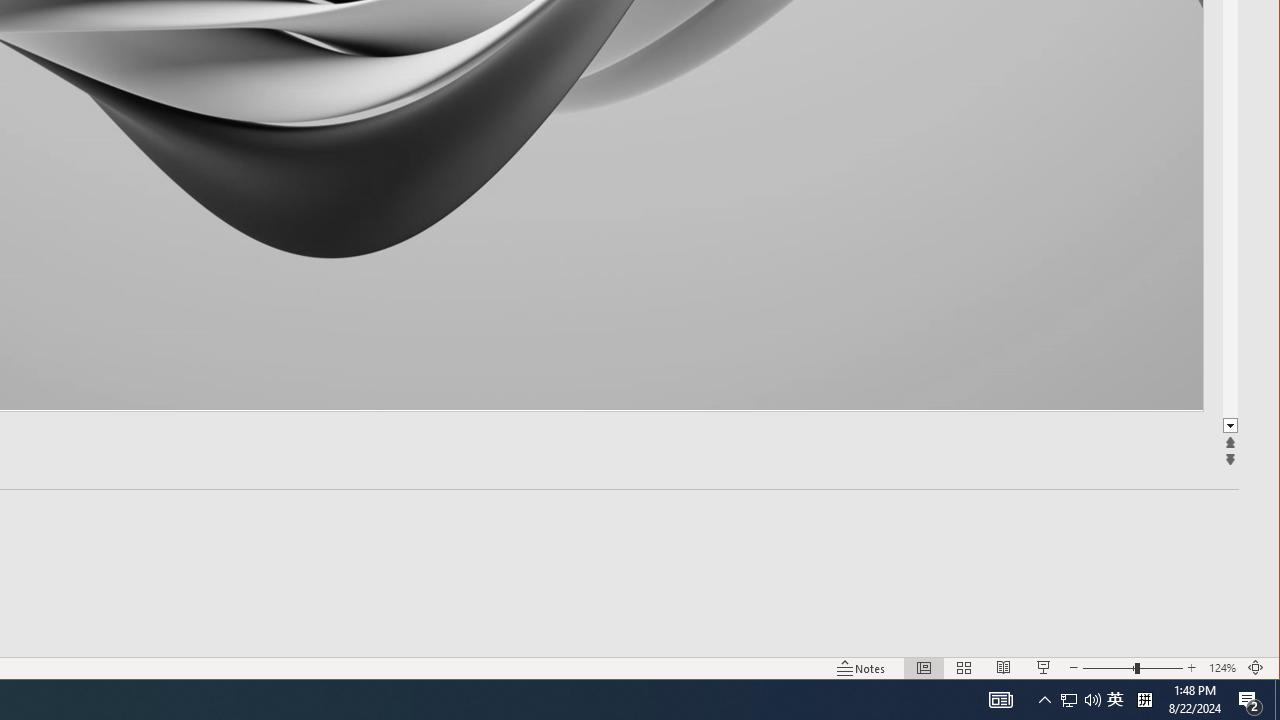  Describe the element at coordinates (1004, 668) in the screenshot. I see `'Reading View'` at that location.